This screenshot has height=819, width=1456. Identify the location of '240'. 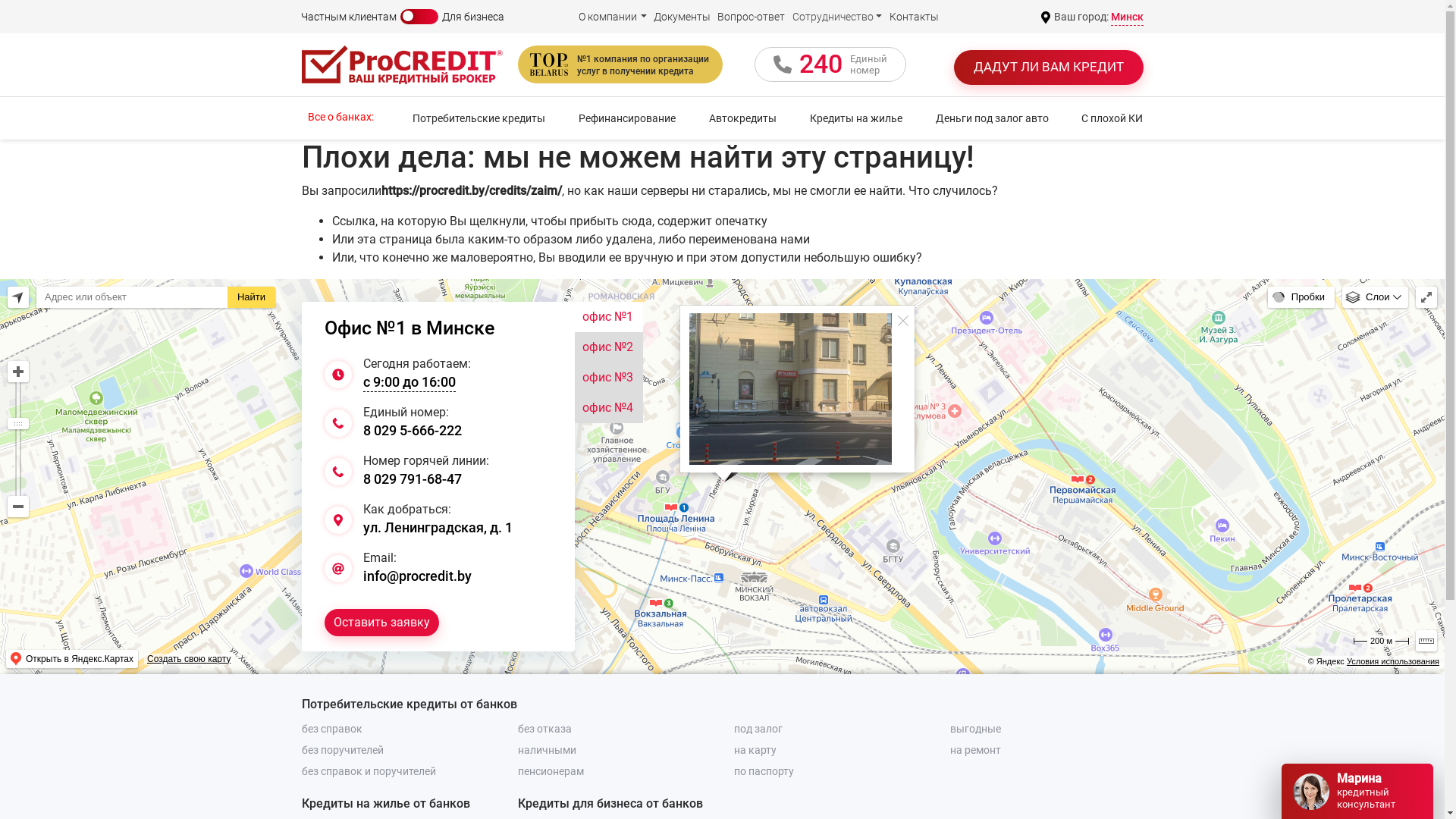
(820, 63).